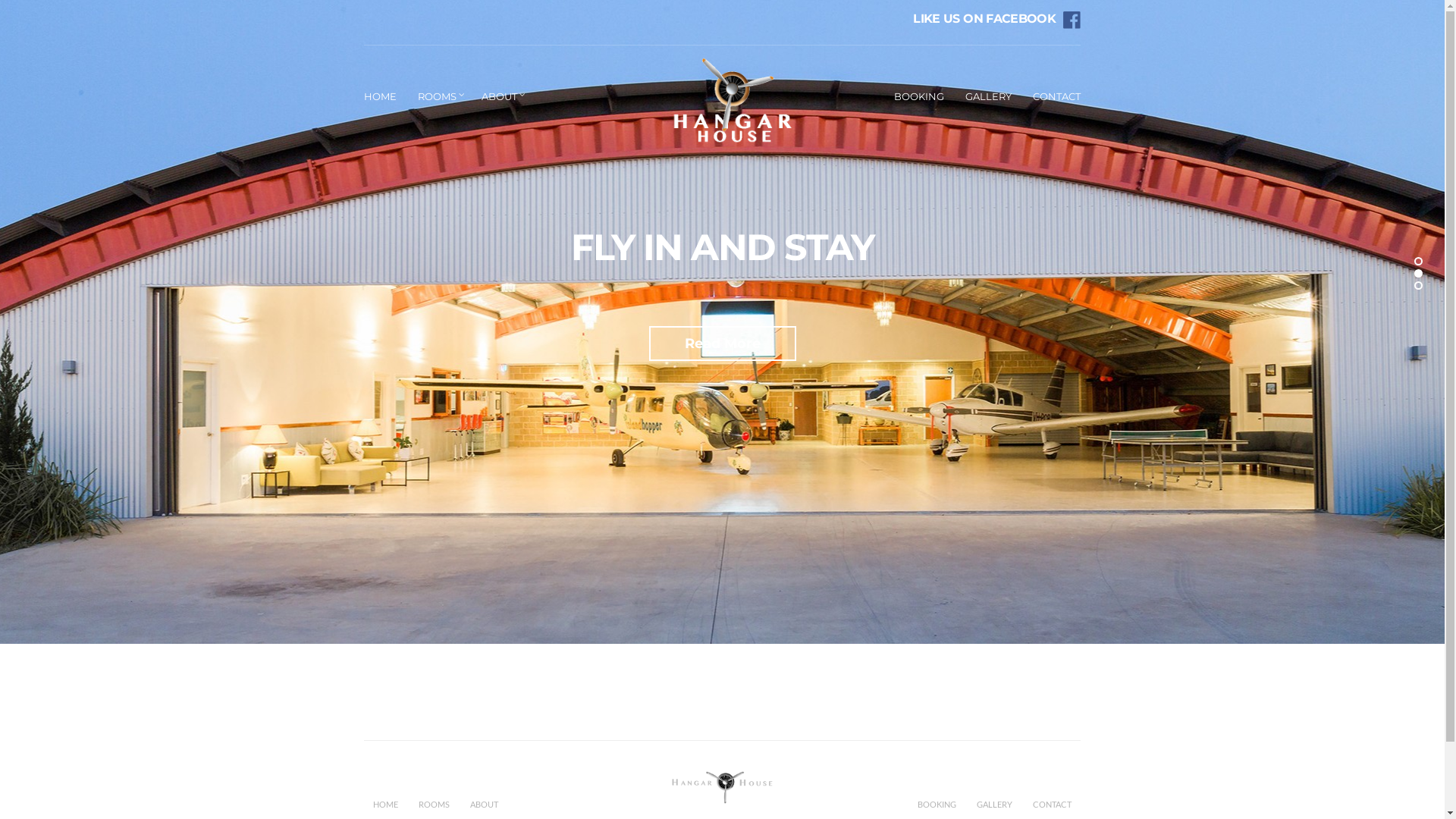  I want to click on 'CONTACT', so click(1056, 99).